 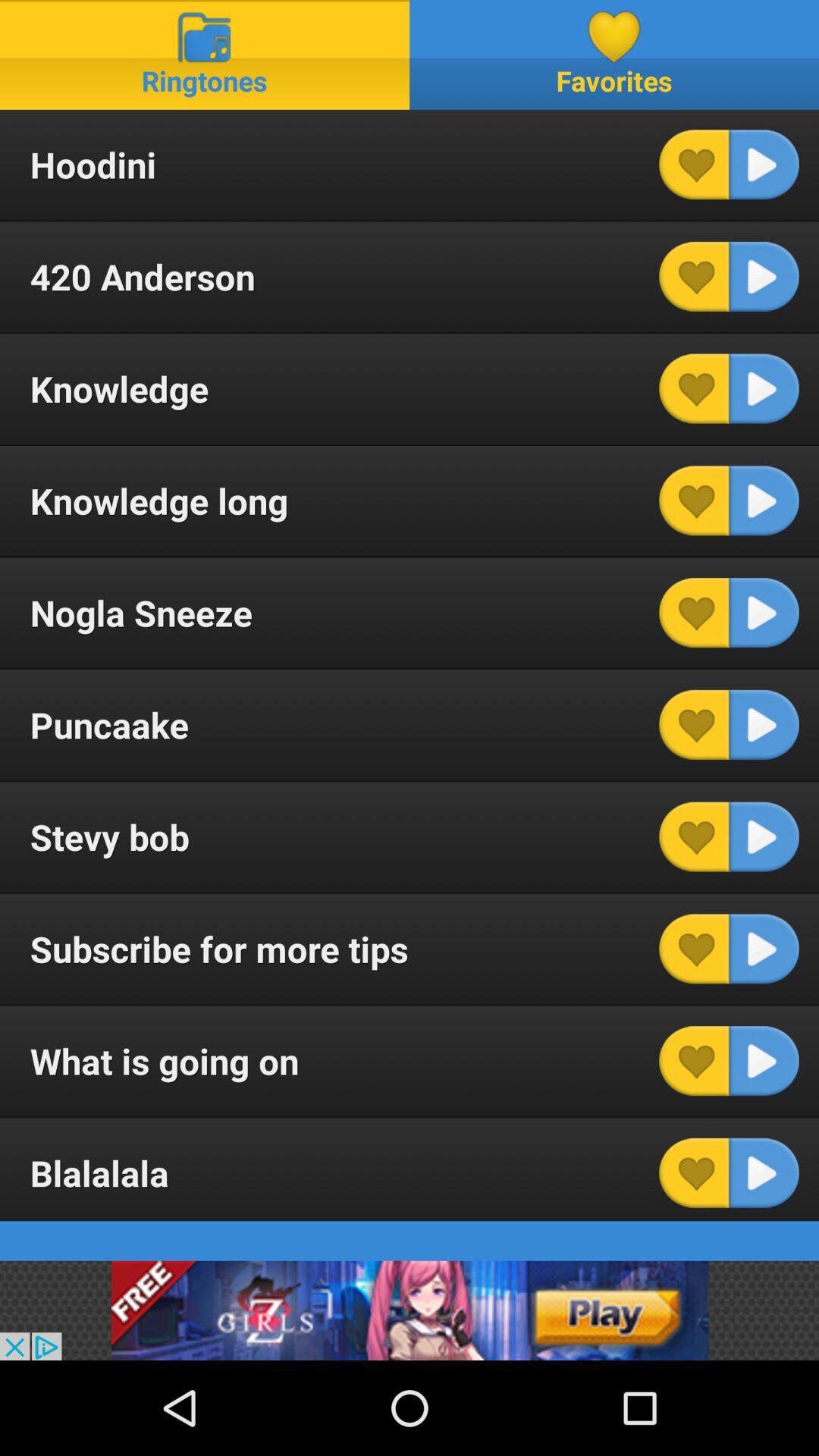 What do you see at coordinates (694, 165) in the screenshot?
I see `heart this track` at bounding box center [694, 165].